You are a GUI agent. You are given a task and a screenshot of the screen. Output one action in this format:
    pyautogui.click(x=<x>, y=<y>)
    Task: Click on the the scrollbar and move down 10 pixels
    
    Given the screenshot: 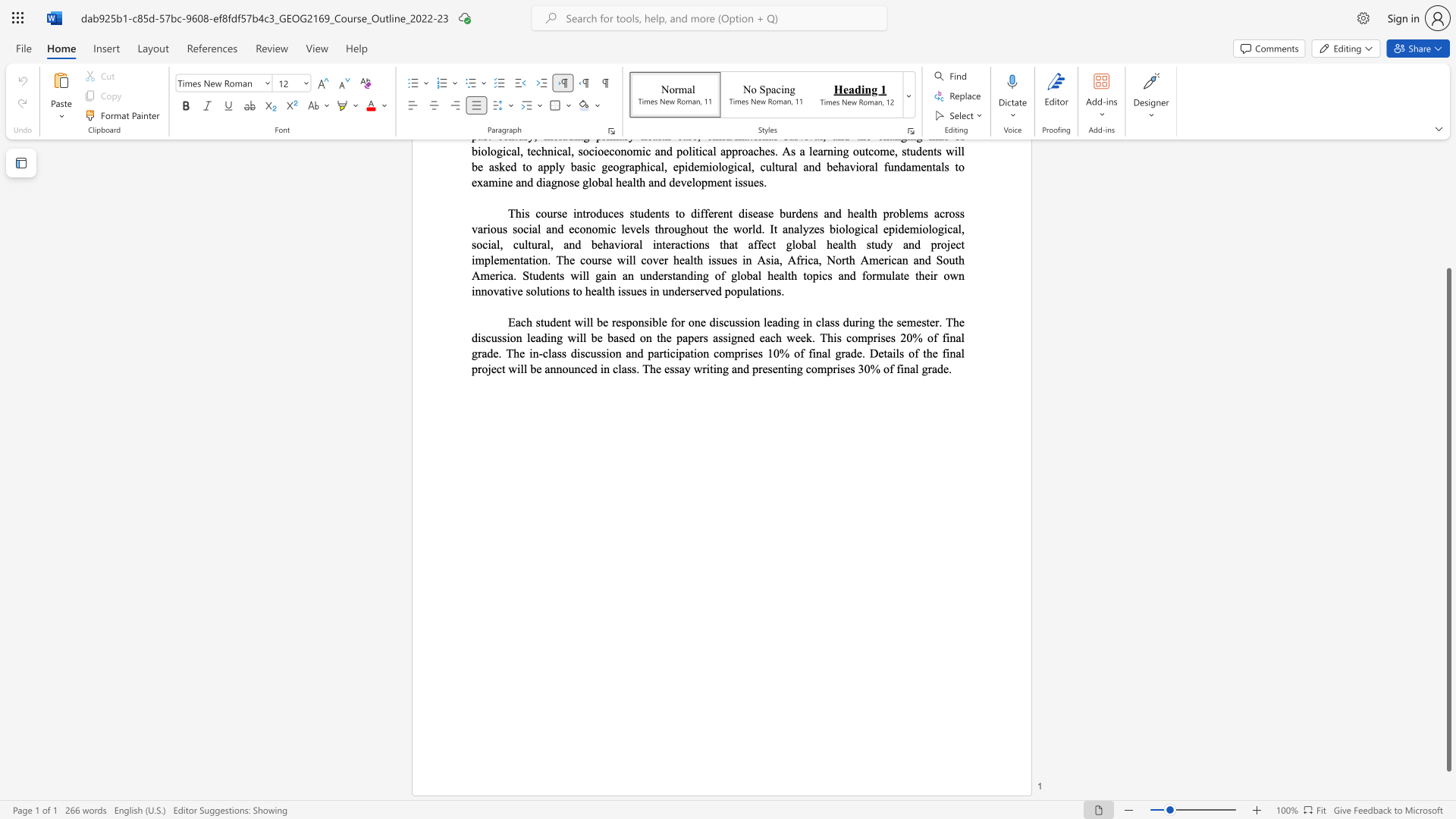 What is the action you would take?
    pyautogui.click(x=1448, y=519)
    